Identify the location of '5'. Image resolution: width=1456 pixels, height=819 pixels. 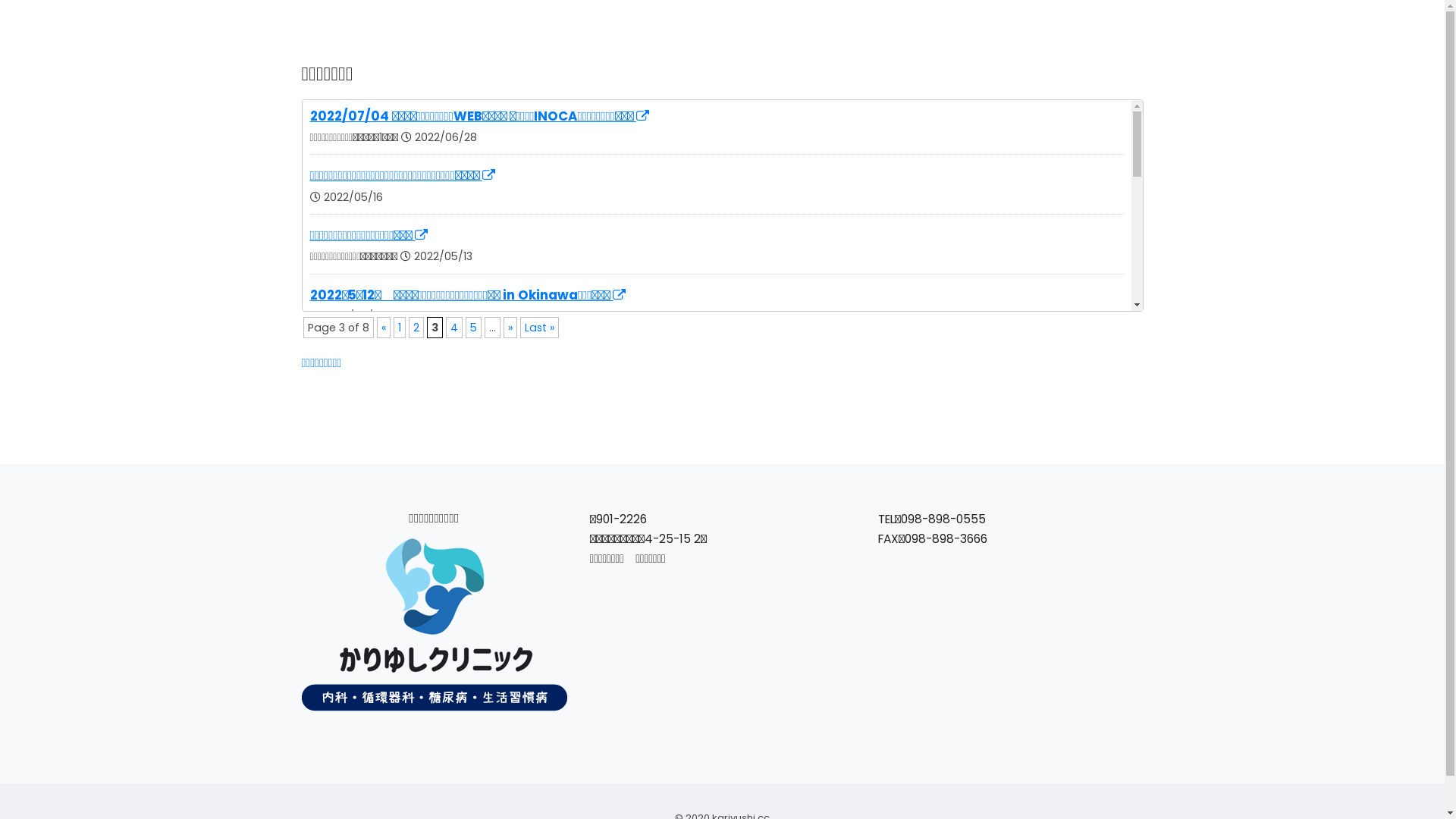
(465, 327).